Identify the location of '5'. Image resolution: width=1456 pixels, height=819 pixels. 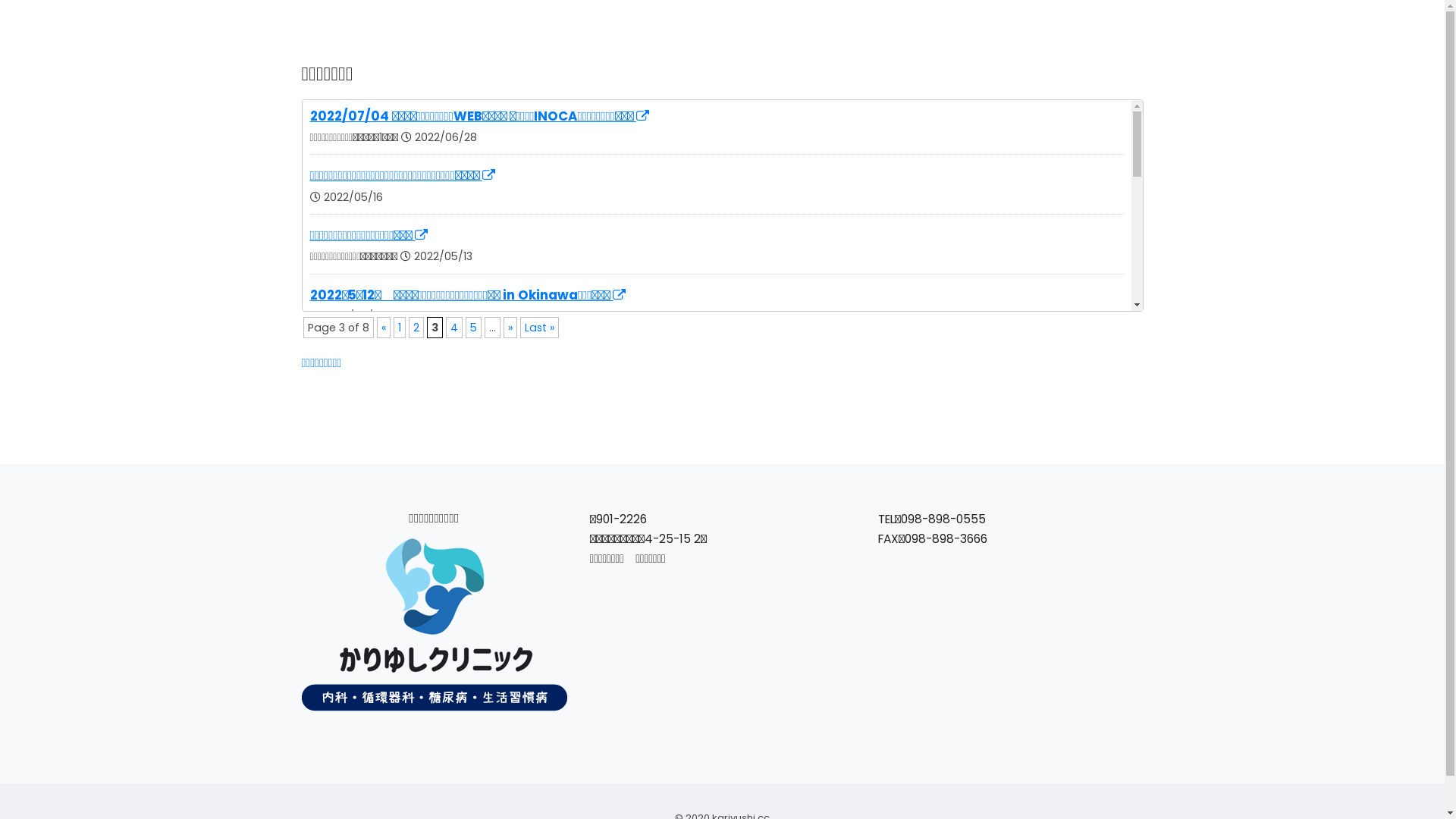
(465, 327).